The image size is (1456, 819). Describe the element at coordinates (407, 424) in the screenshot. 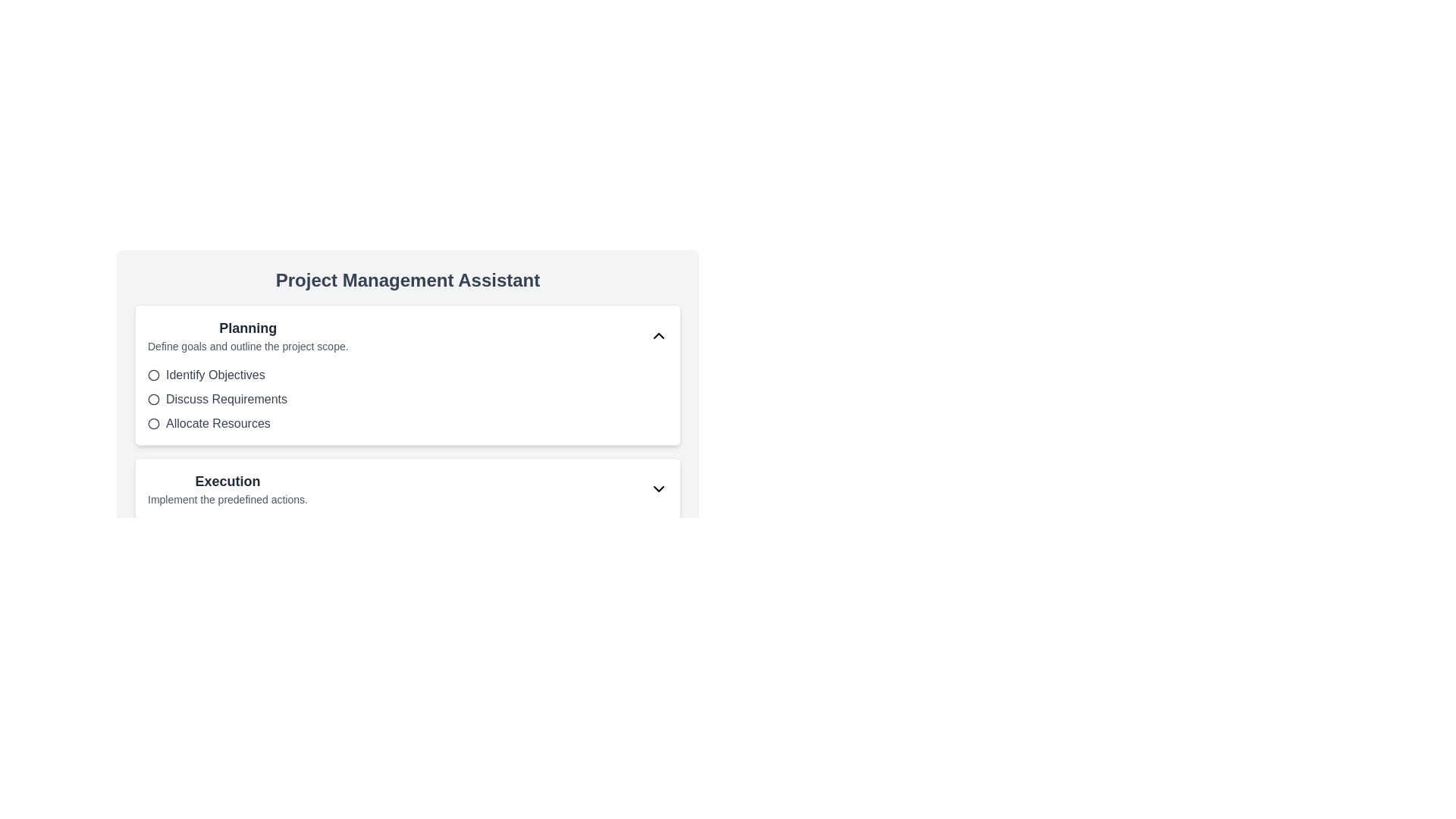

I see `to select the list item displaying 'Allocate Resources' in the 'Planning' section, which is the last option in the list of three action items` at that location.